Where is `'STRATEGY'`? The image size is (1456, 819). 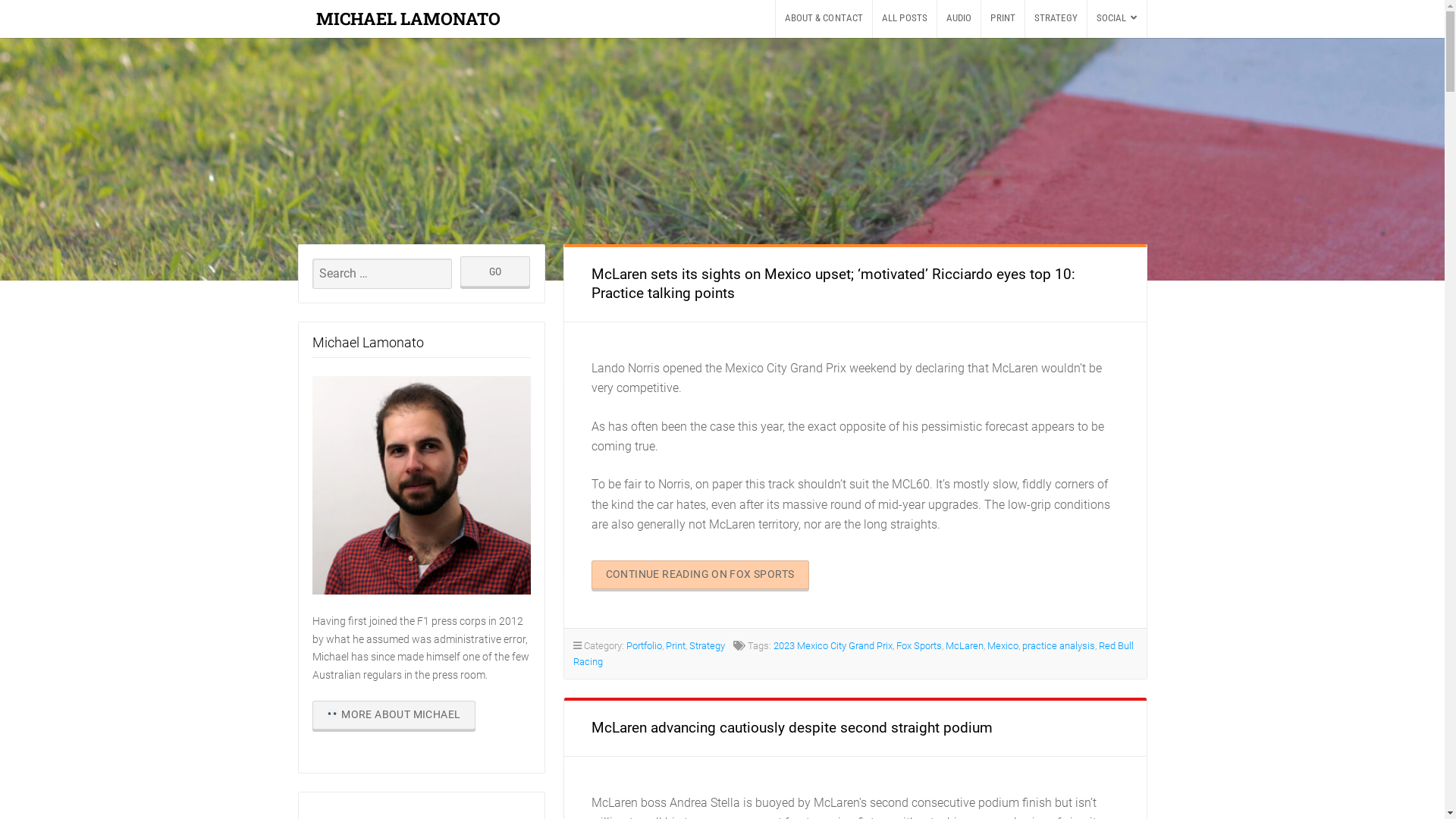
'STRATEGY' is located at coordinates (1055, 18).